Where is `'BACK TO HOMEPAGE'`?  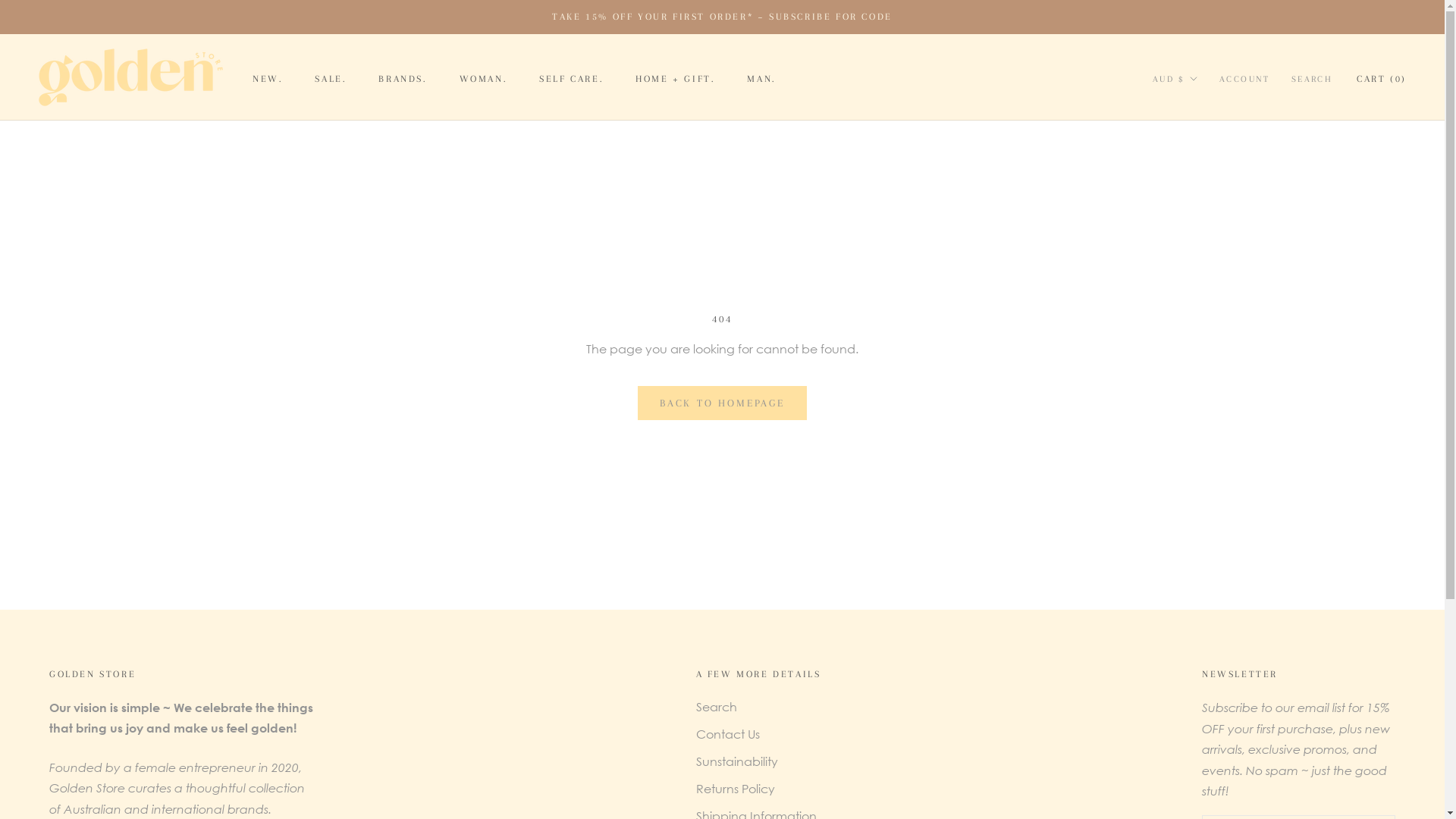 'BACK TO HOMEPAGE' is located at coordinates (721, 402).